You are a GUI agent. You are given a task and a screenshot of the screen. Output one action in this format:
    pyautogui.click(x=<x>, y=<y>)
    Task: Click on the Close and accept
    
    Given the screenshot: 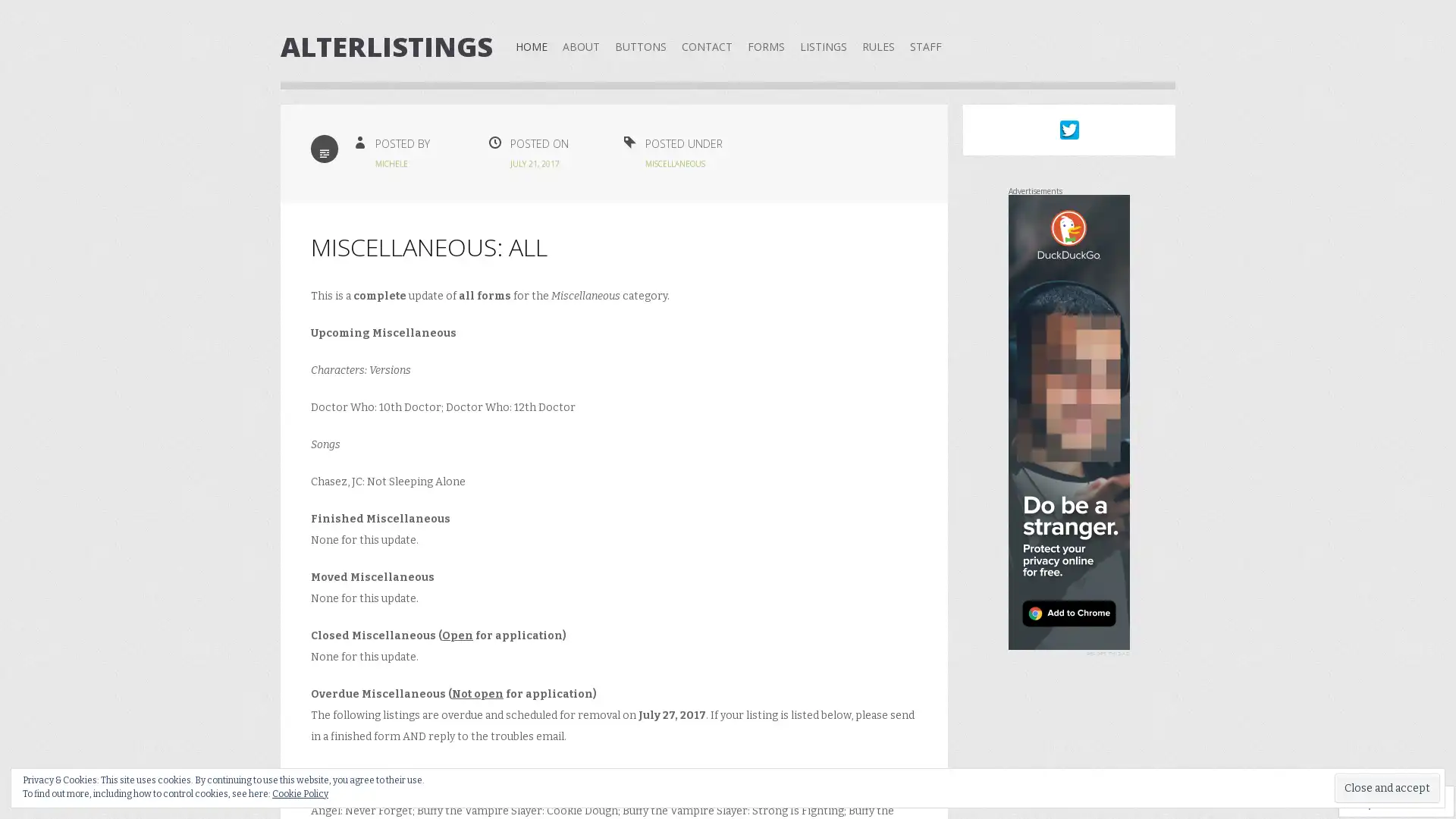 What is the action you would take?
    pyautogui.click(x=1387, y=787)
    